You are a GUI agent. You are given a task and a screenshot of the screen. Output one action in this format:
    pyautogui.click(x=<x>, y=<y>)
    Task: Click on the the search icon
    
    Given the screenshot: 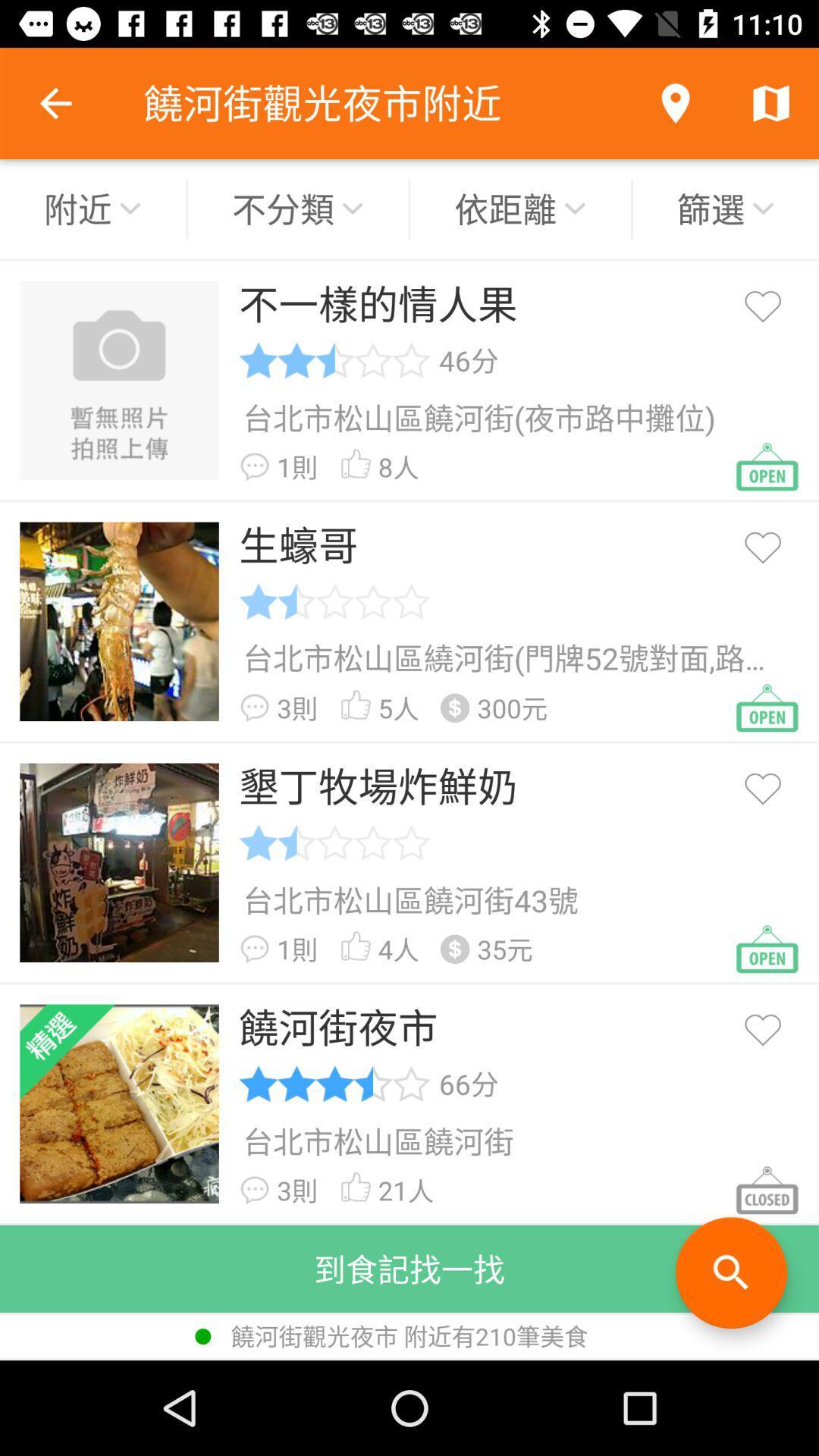 What is the action you would take?
    pyautogui.click(x=730, y=1272)
    